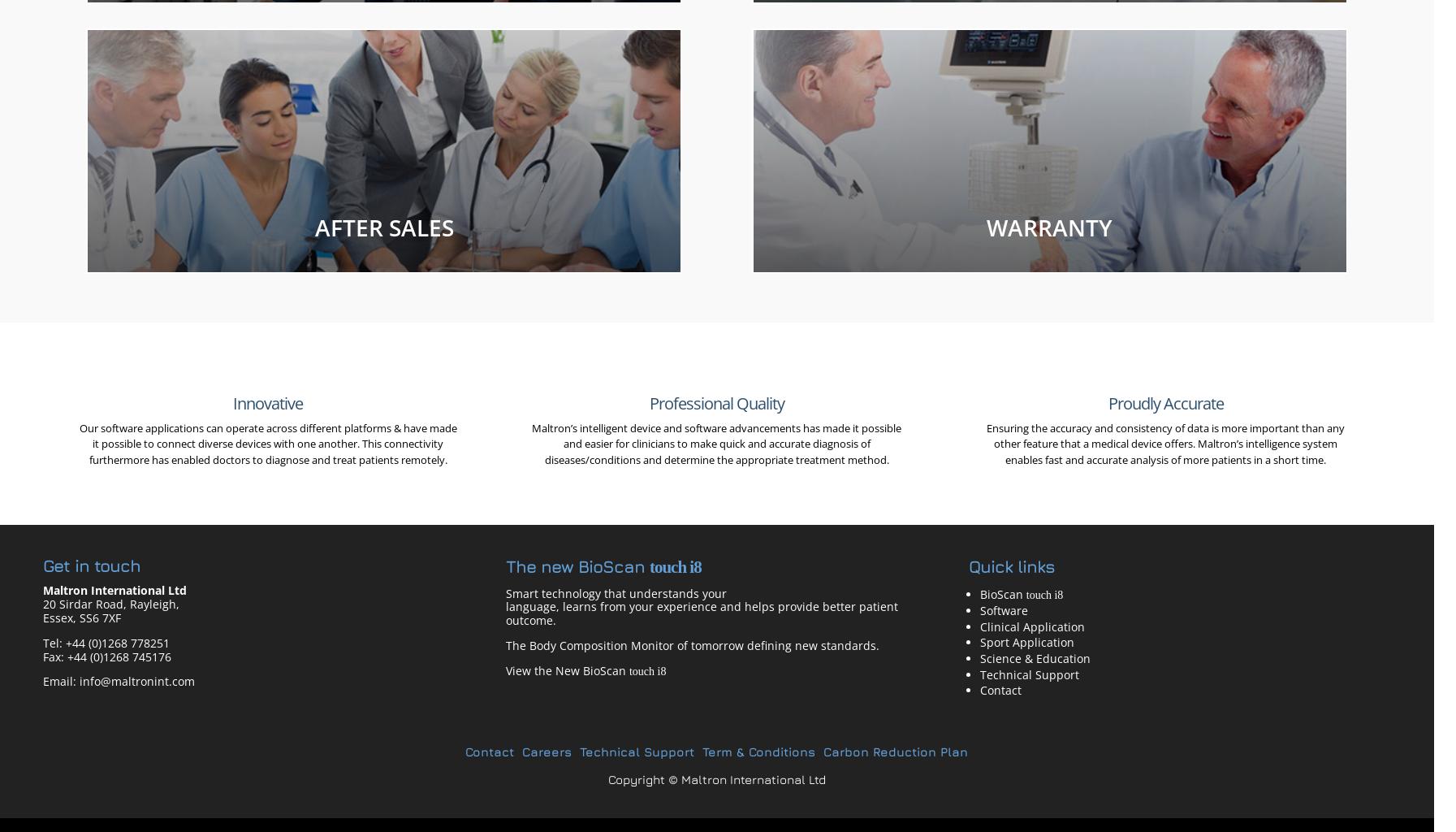 This screenshot has height=832, width=1456. I want to click on 'The Body Composition Monitor of tomorrow defining new standards.', so click(691, 644).